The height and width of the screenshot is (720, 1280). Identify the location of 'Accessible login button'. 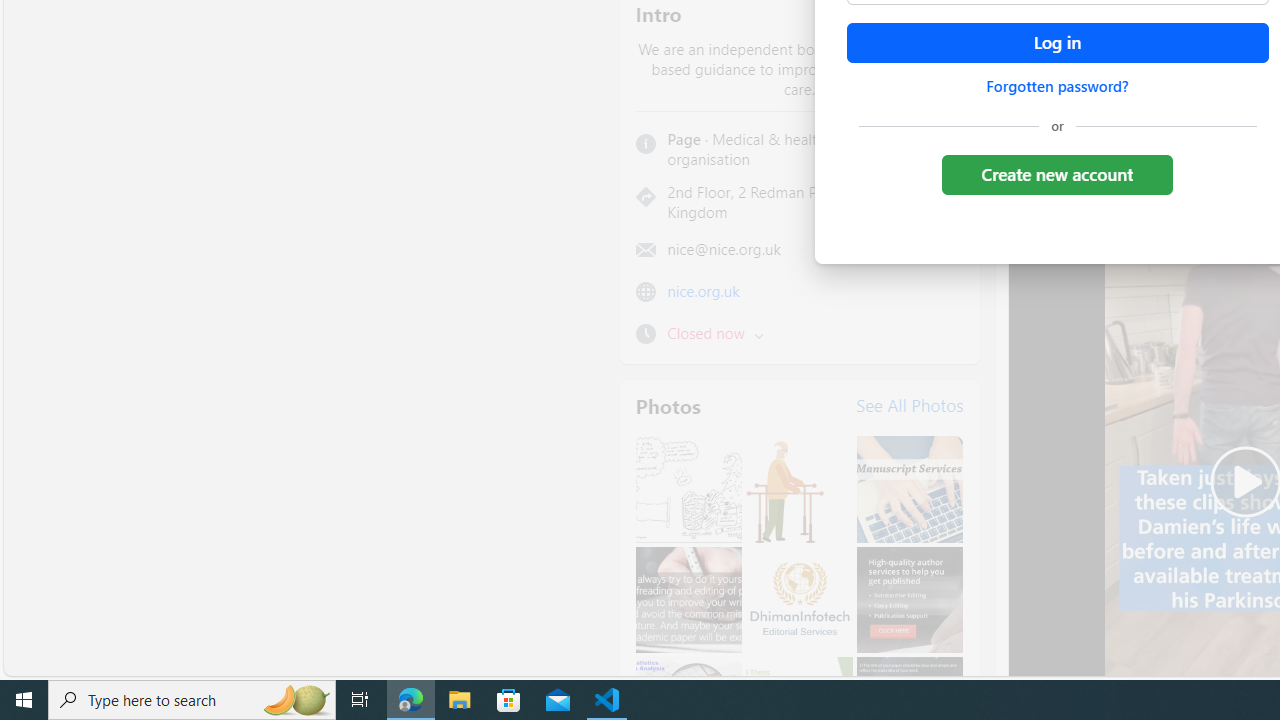
(1056, 43).